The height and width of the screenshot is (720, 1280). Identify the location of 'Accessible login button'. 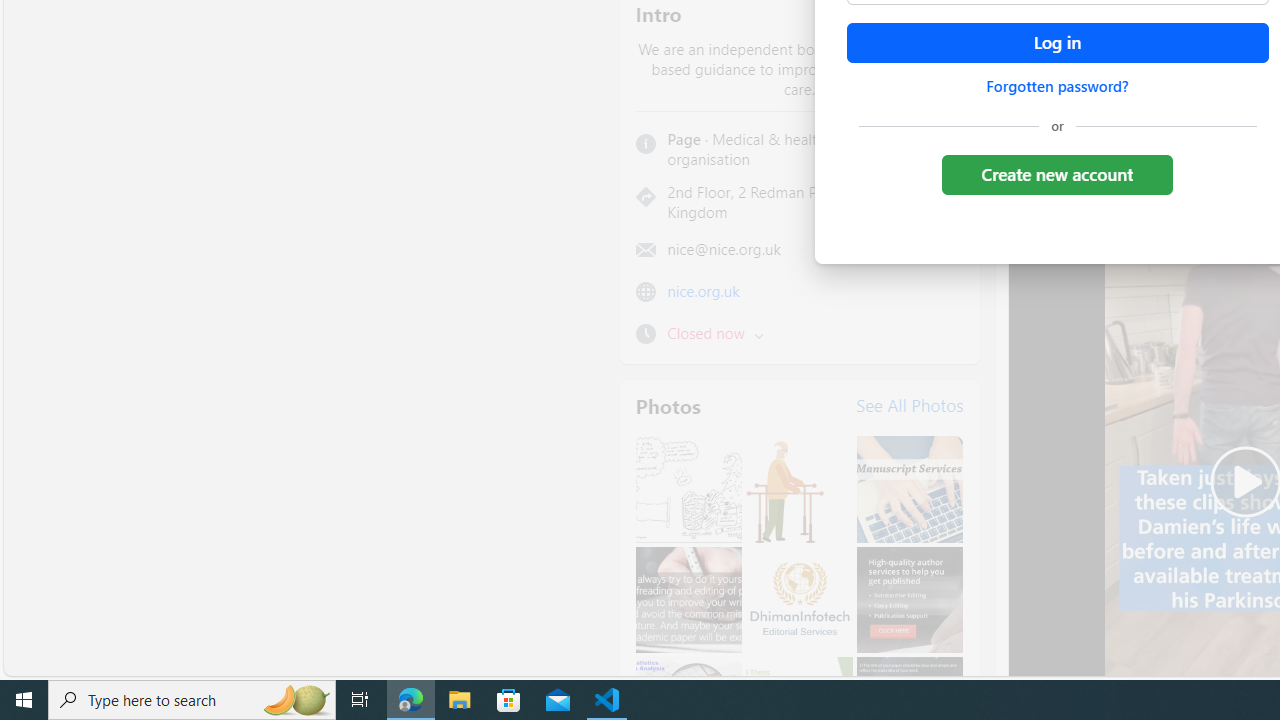
(1056, 43).